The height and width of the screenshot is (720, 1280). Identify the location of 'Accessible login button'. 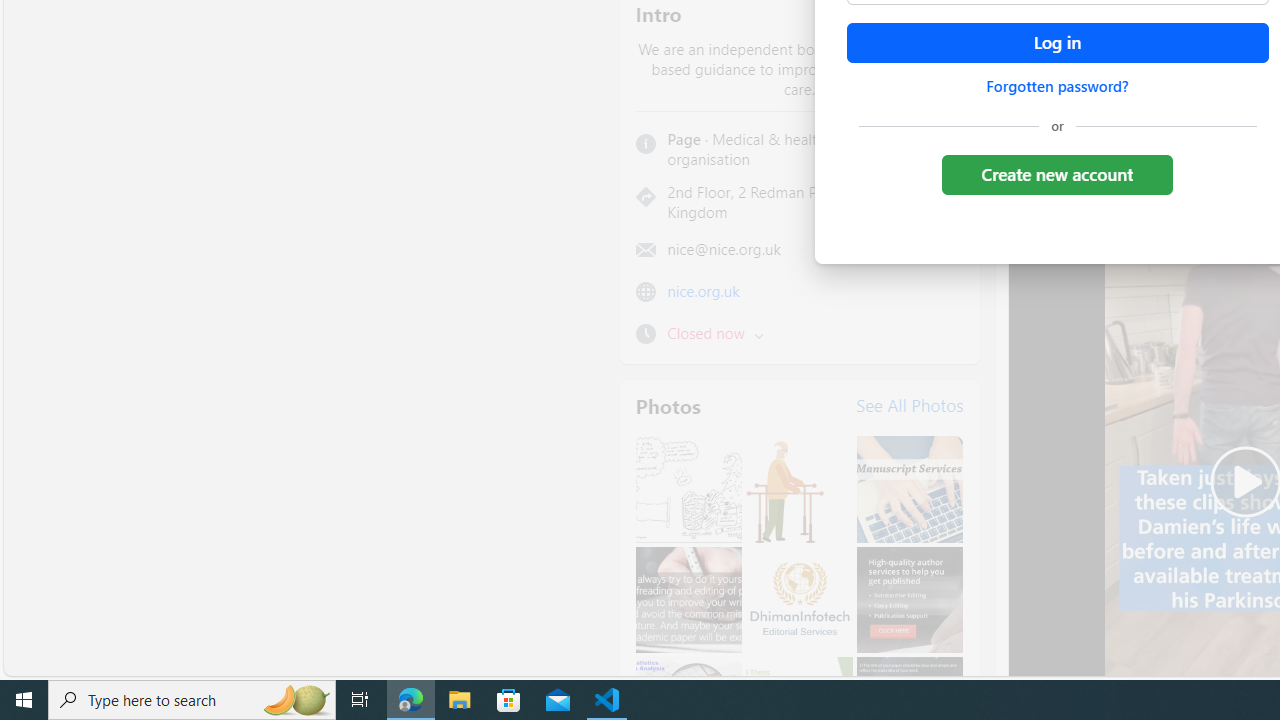
(1056, 43).